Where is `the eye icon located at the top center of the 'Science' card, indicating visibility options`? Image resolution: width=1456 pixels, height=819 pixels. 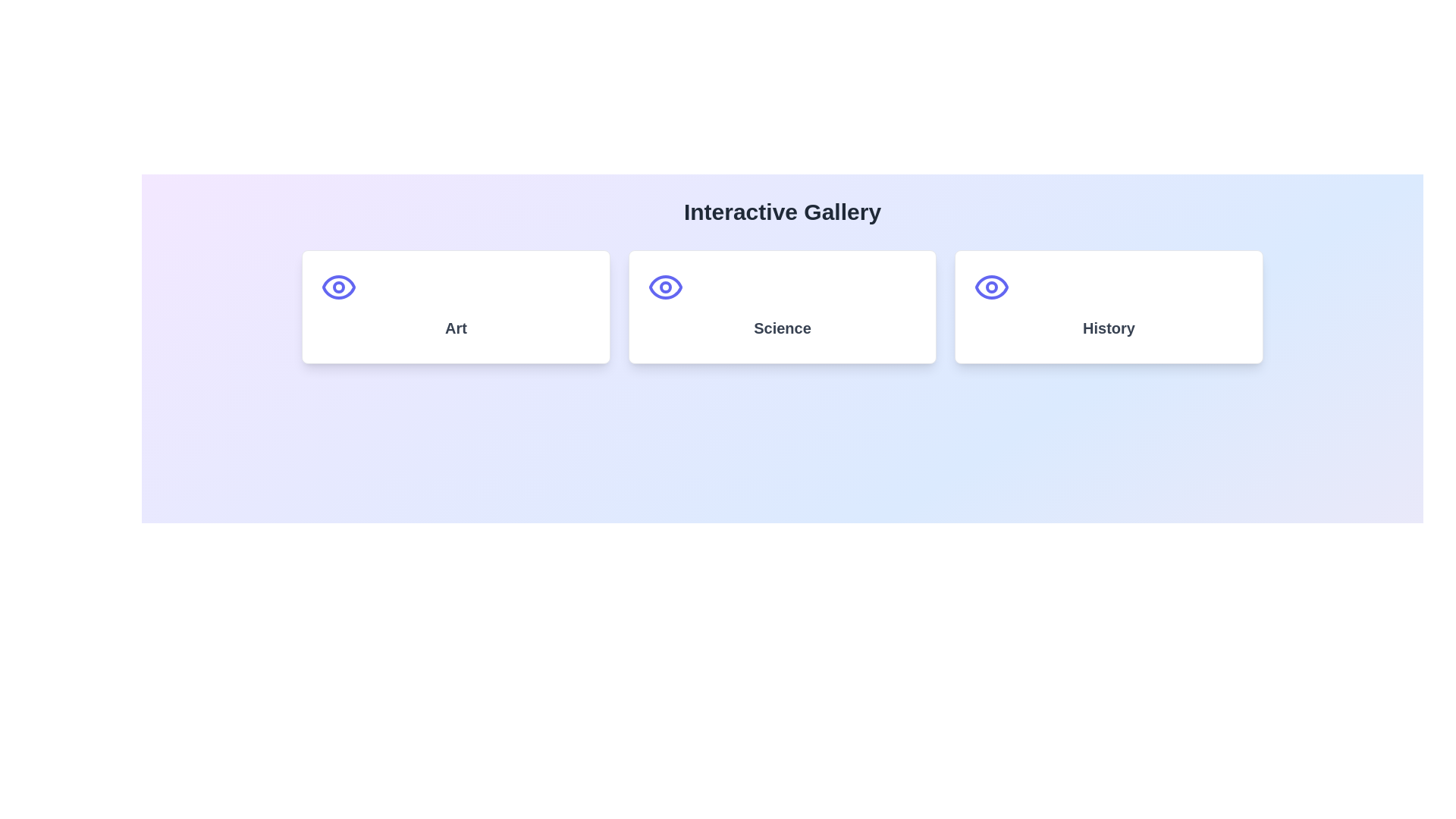
the eye icon located at the top center of the 'Science' card, indicating visibility options is located at coordinates (665, 287).